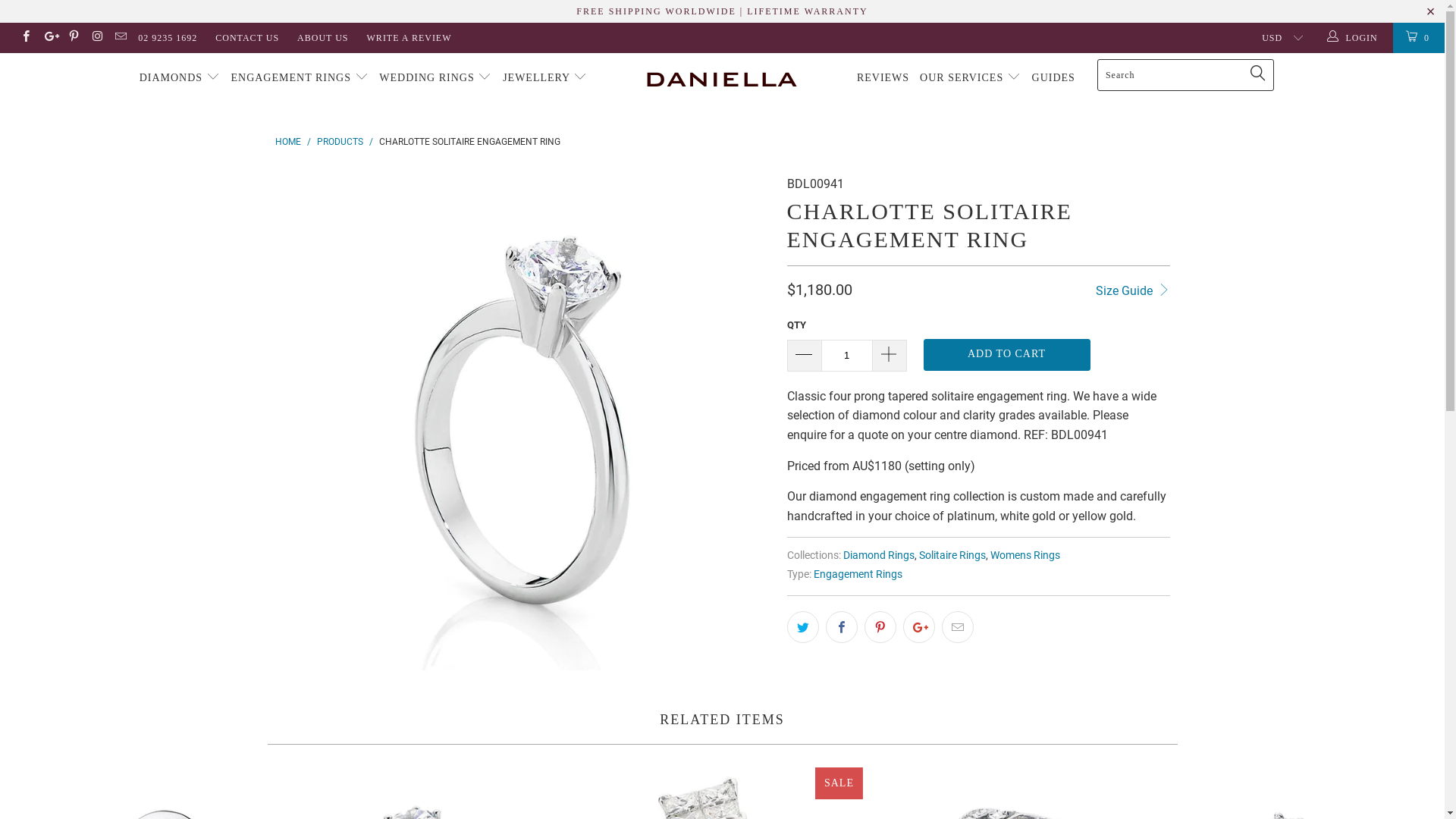 This screenshot has width=1456, height=819. Describe the element at coordinates (917, 626) in the screenshot. I see `'Share this on Google+'` at that location.